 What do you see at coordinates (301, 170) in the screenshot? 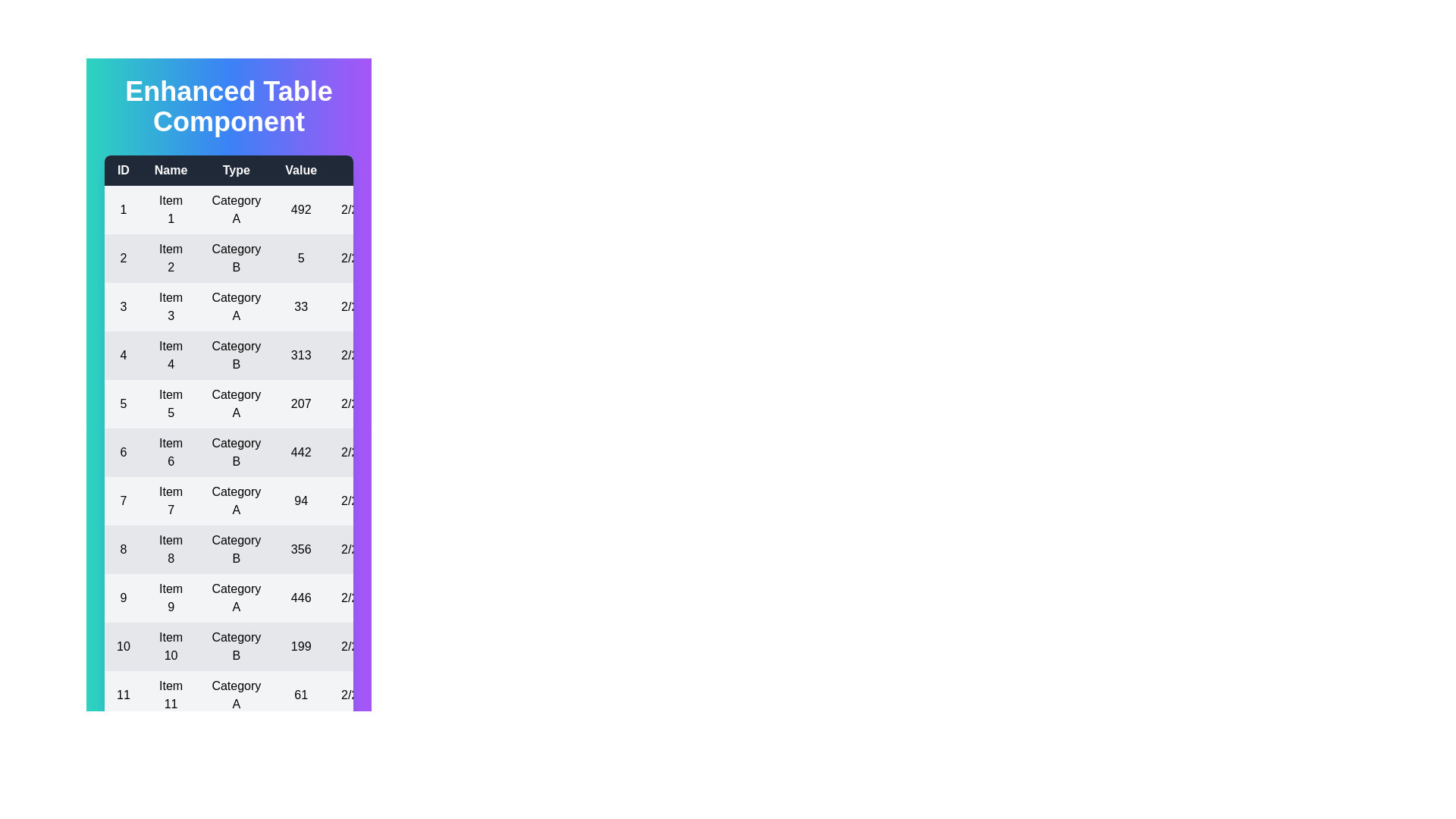
I see `the header of the column to sort by Value` at bounding box center [301, 170].